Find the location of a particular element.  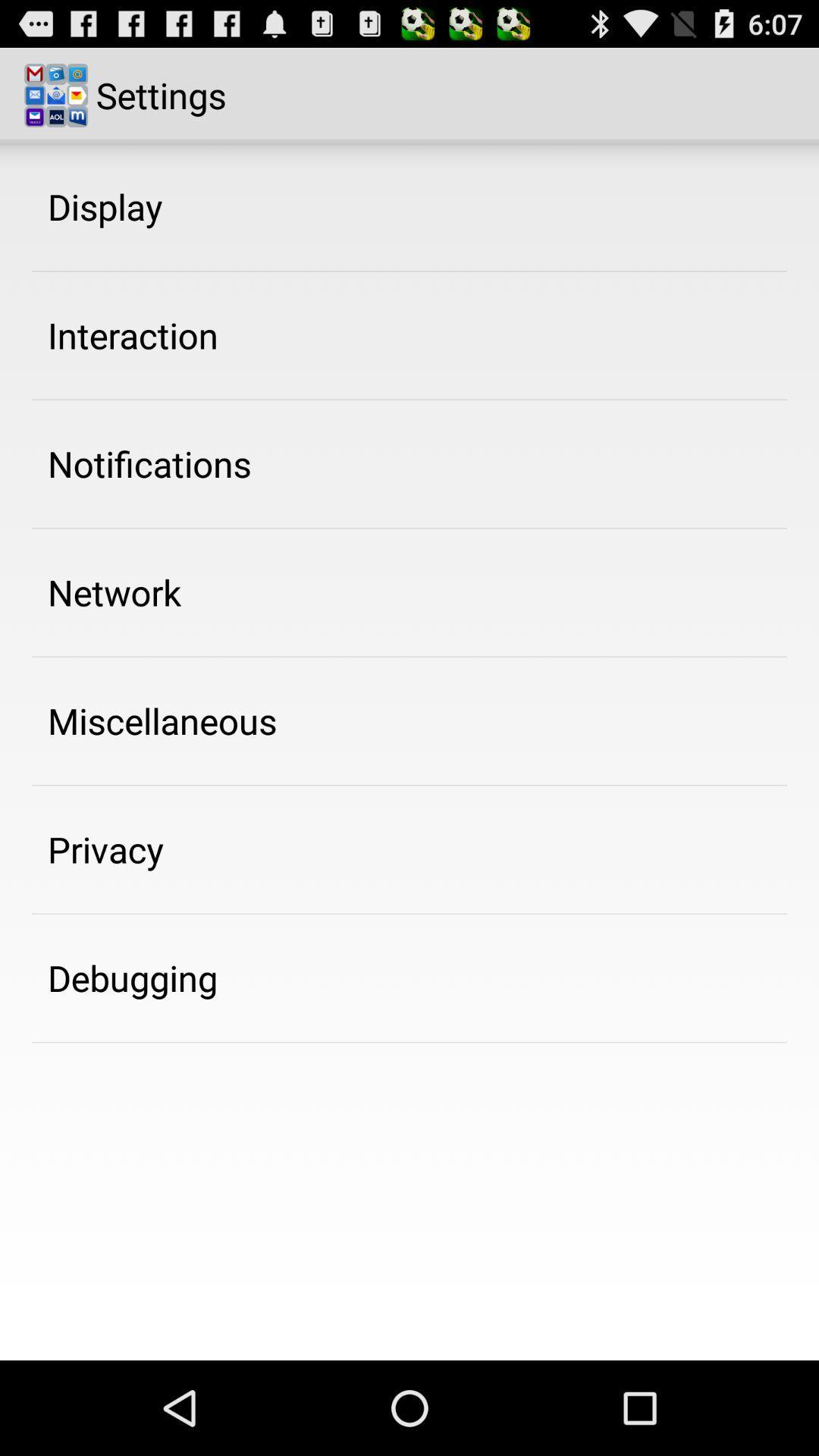

privacy is located at coordinates (105, 849).